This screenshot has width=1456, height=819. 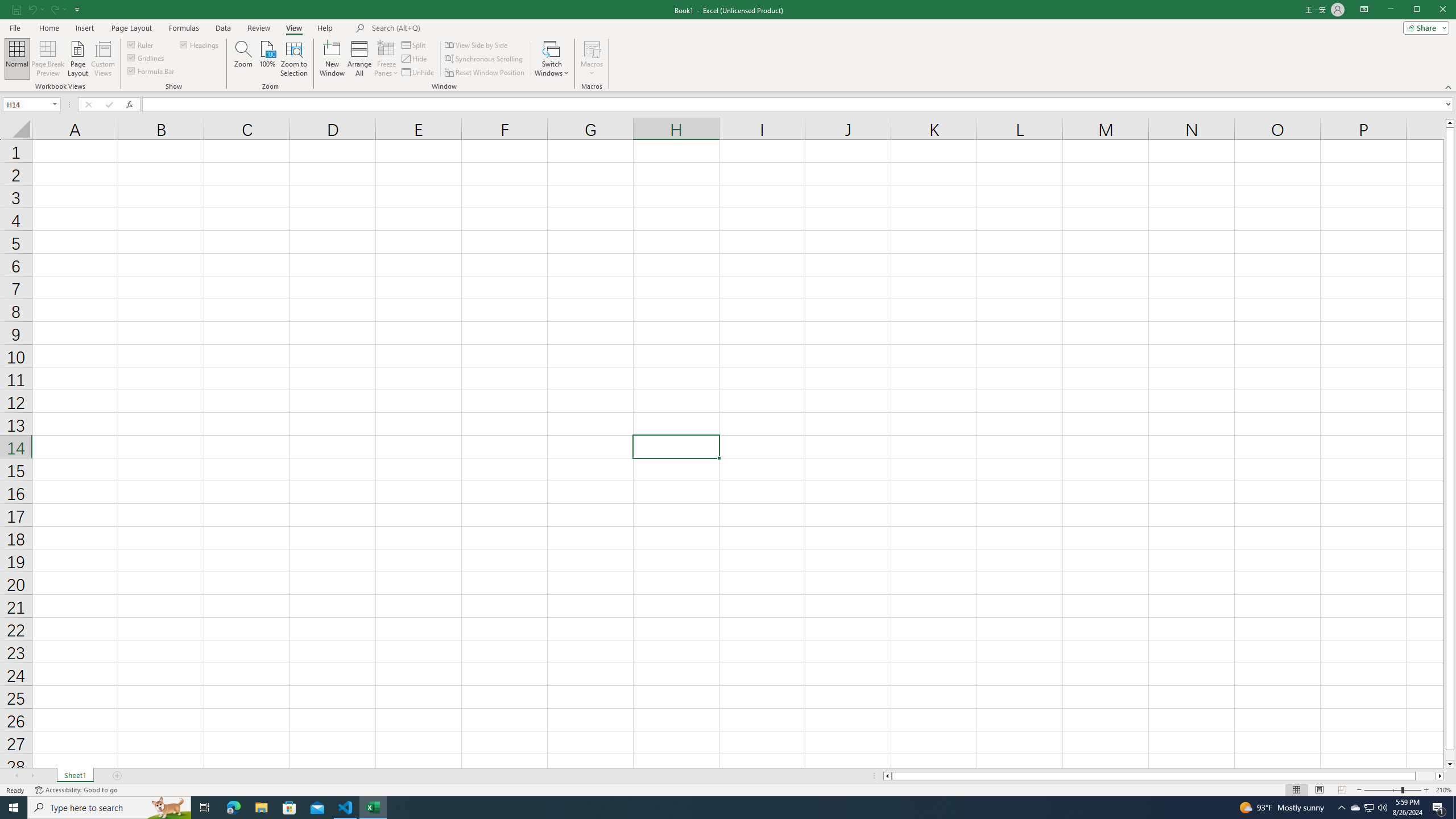 I want to click on 'Reset Window Position', so click(x=485, y=72).